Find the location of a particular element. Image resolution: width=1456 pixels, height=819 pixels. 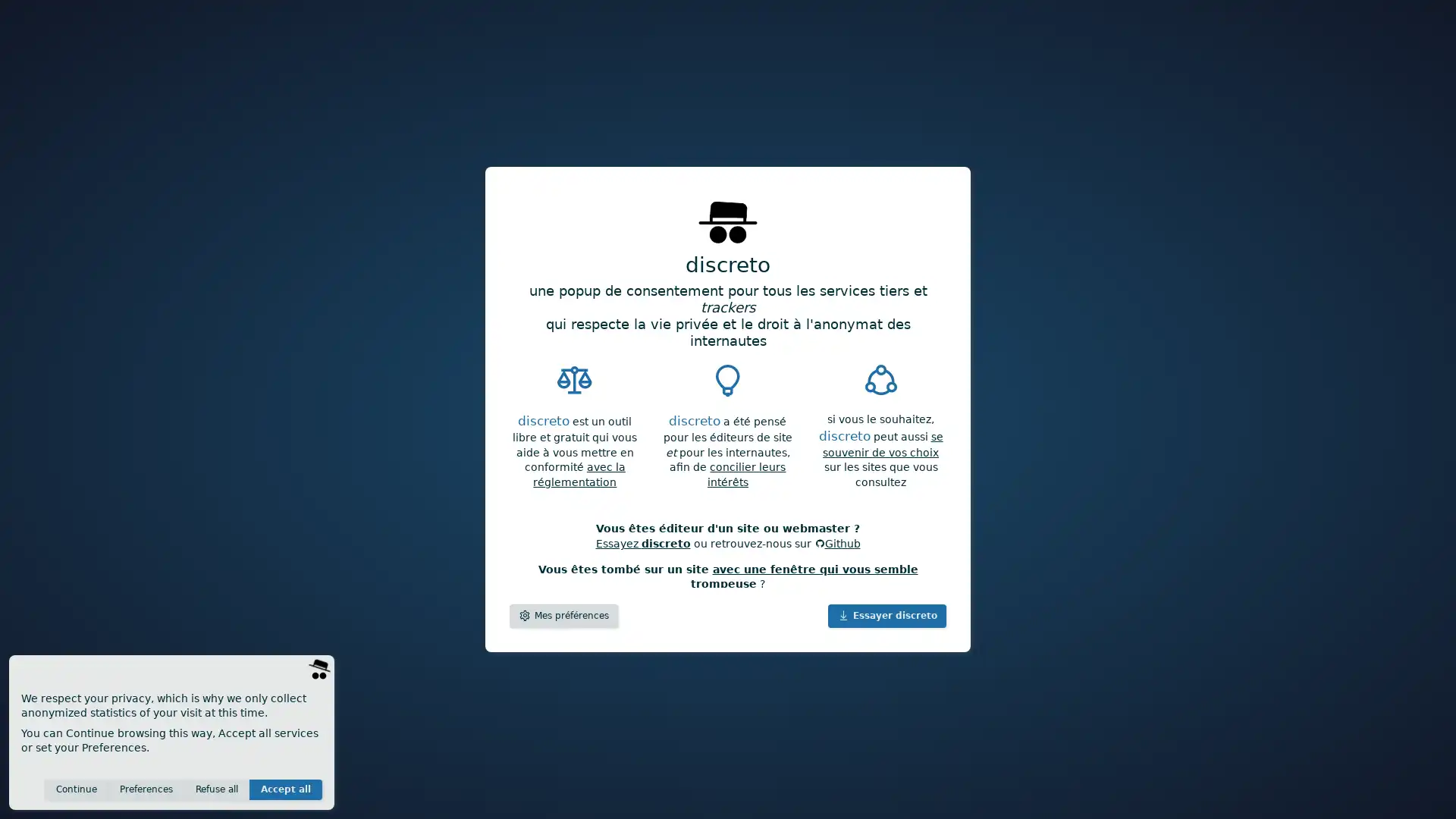

Preferences is located at coordinates (146, 789).